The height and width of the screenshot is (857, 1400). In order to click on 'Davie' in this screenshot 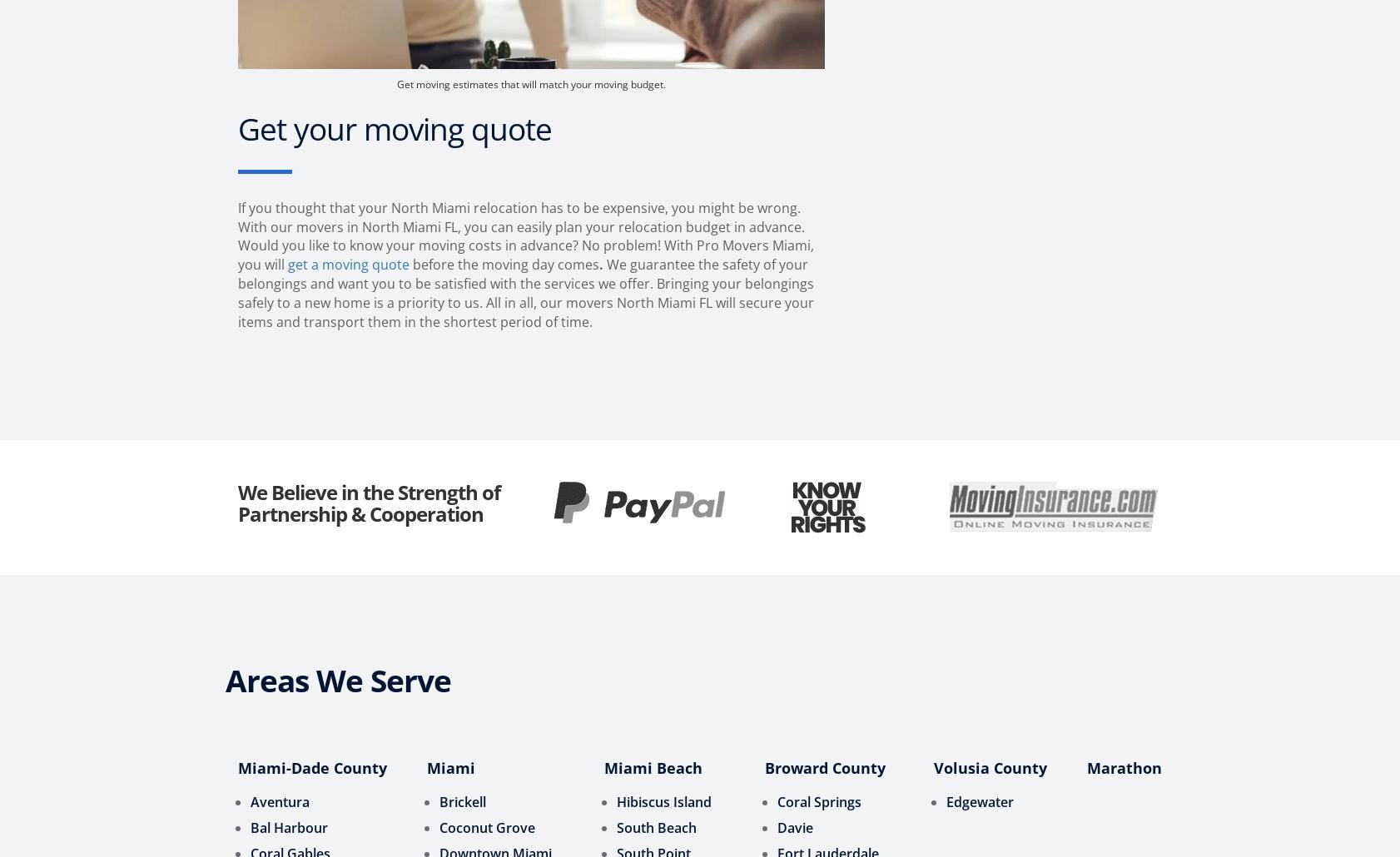, I will do `click(793, 826)`.